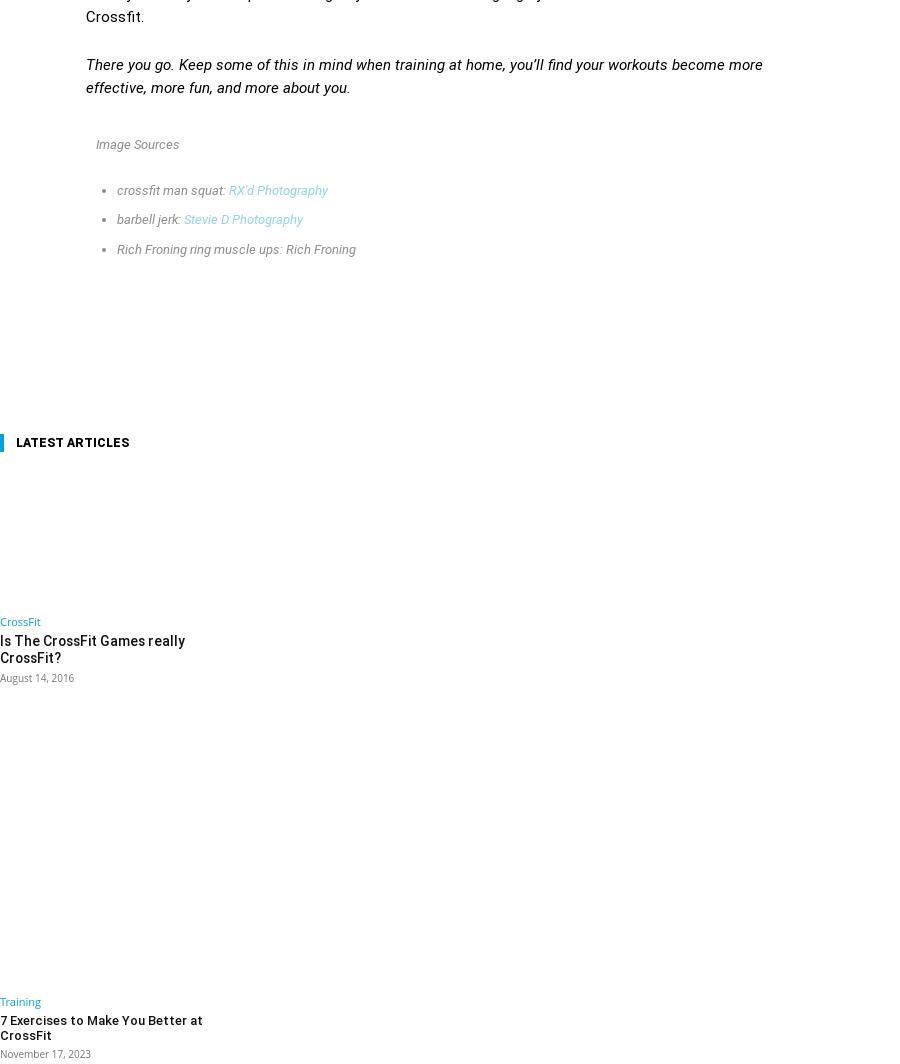 The height and width of the screenshot is (1064, 900). I want to click on 'Stevie D Photography', so click(183, 219).